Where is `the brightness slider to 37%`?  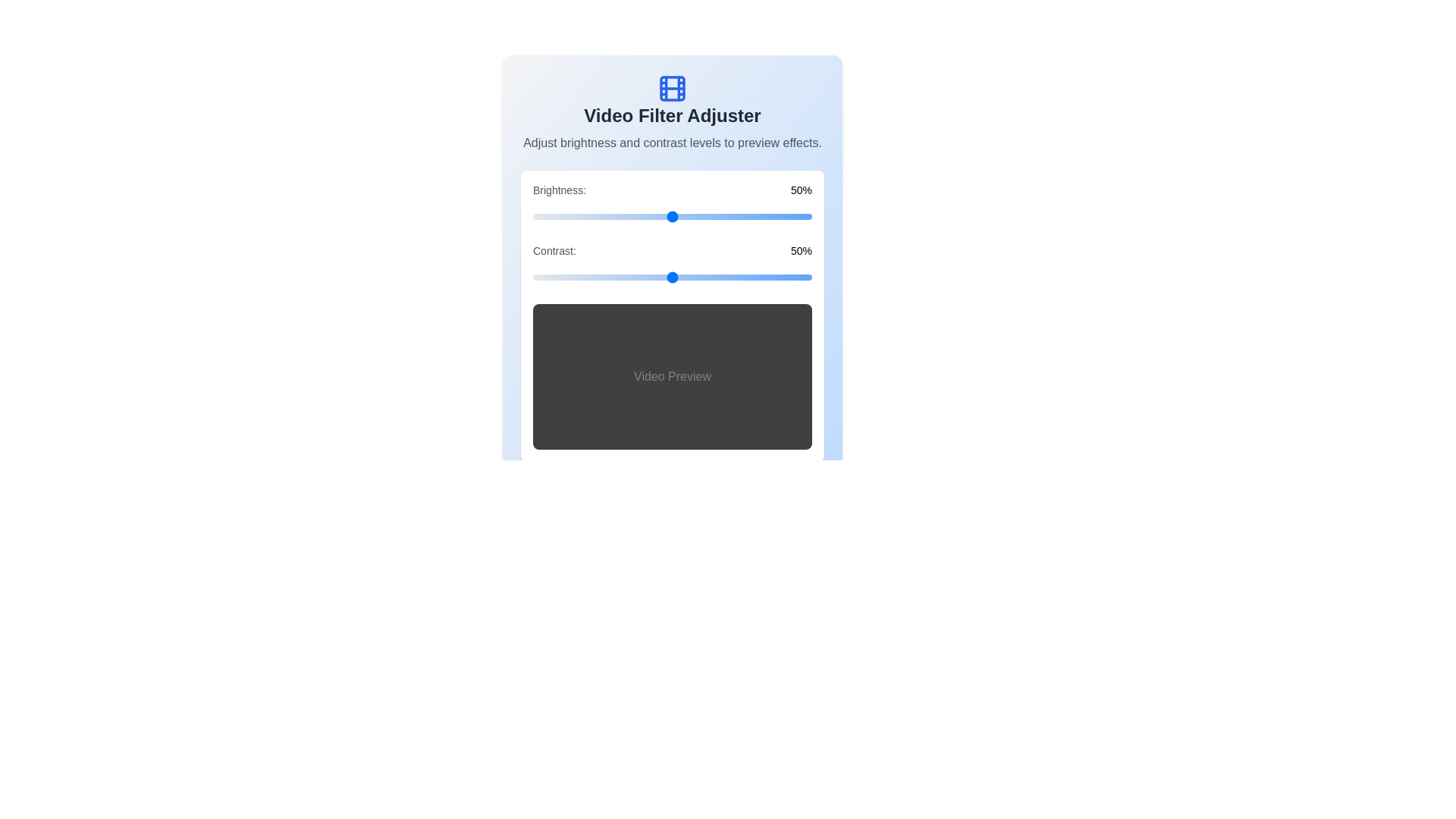 the brightness slider to 37% is located at coordinates (636, 216).